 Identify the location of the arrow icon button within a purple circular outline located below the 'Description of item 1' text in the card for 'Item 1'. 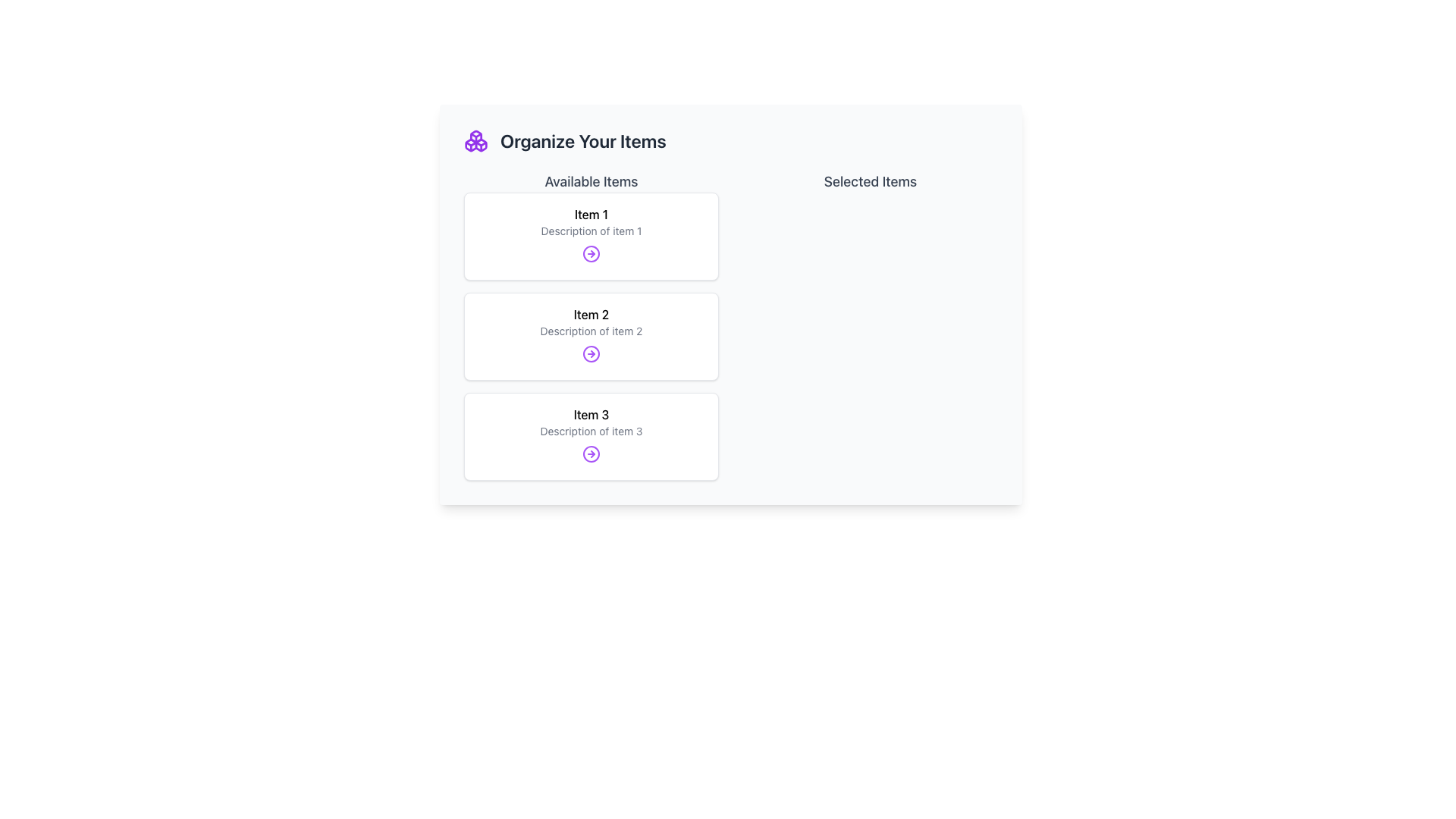
(590, 253).